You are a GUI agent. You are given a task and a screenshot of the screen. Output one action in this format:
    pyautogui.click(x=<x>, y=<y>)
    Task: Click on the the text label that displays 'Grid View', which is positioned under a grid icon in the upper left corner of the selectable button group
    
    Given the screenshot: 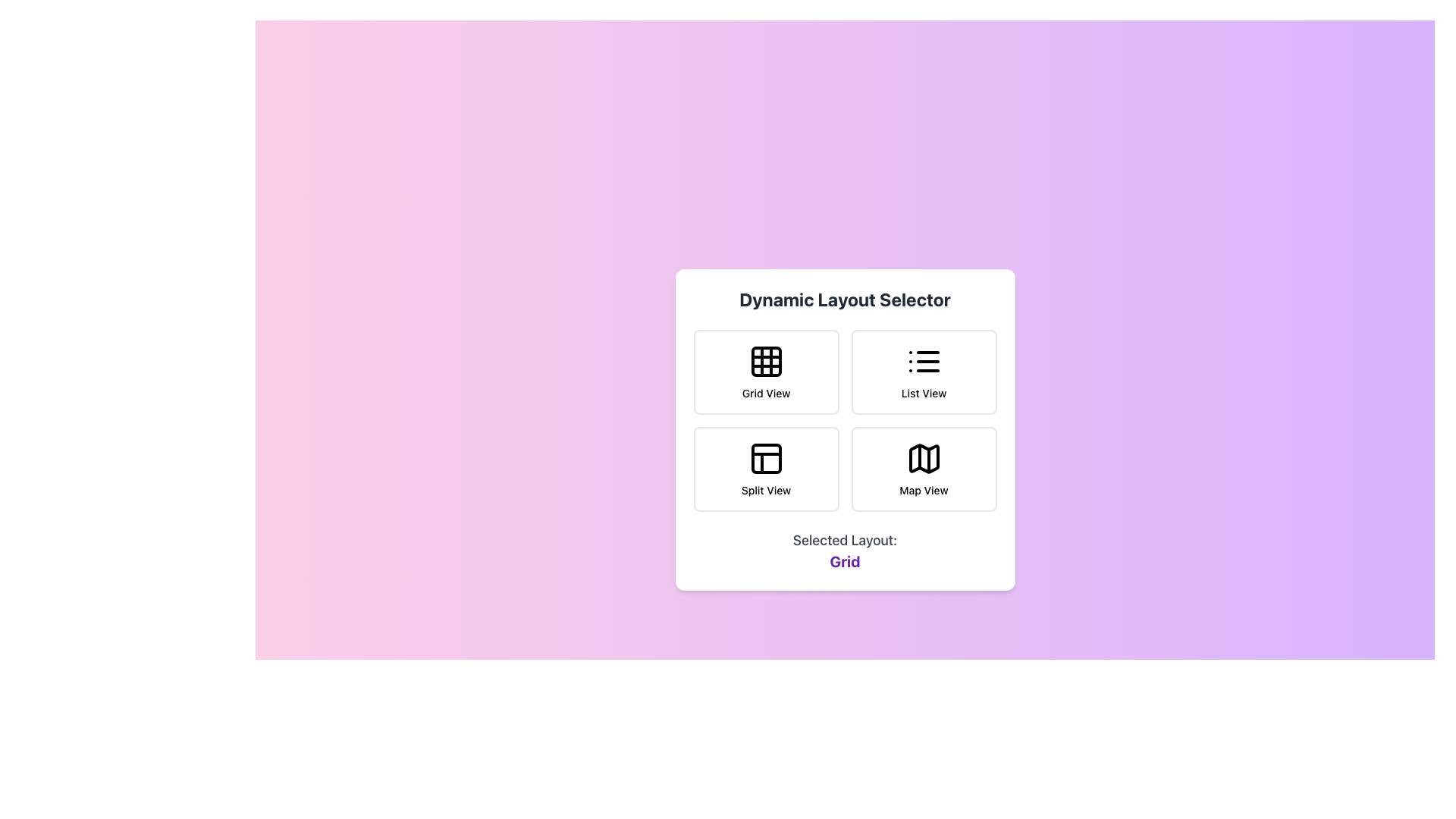 What is the action you would take?
    pyautogui.click(x=766, y=393)
    